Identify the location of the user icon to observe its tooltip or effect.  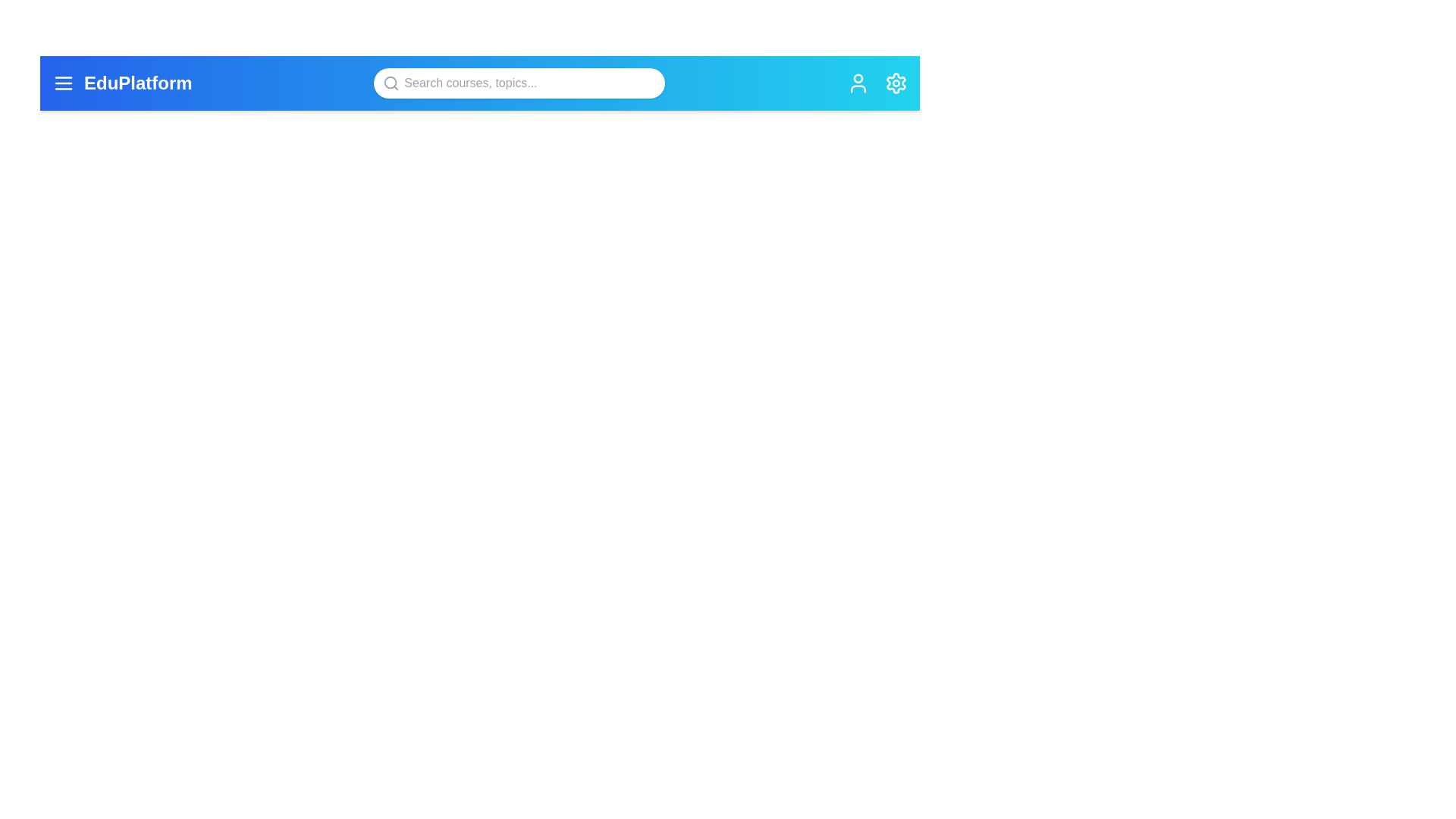
(858, 83).